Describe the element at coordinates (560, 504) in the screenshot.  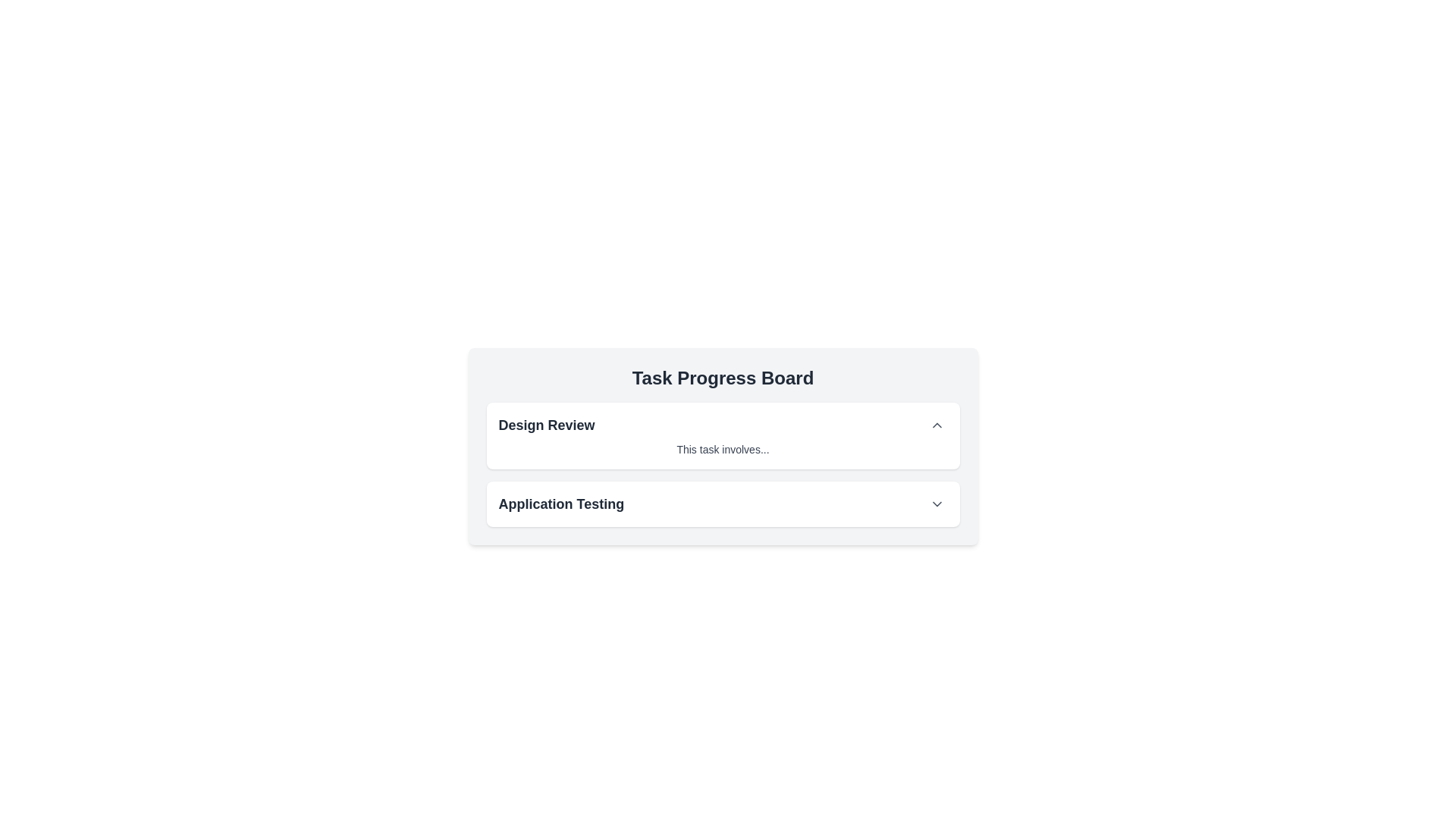
I see `the text label displaying 'Application Testing', which is prominently styled in bold and dark gray, located under the 'Design Review' section of the task progress board interface` at that location.